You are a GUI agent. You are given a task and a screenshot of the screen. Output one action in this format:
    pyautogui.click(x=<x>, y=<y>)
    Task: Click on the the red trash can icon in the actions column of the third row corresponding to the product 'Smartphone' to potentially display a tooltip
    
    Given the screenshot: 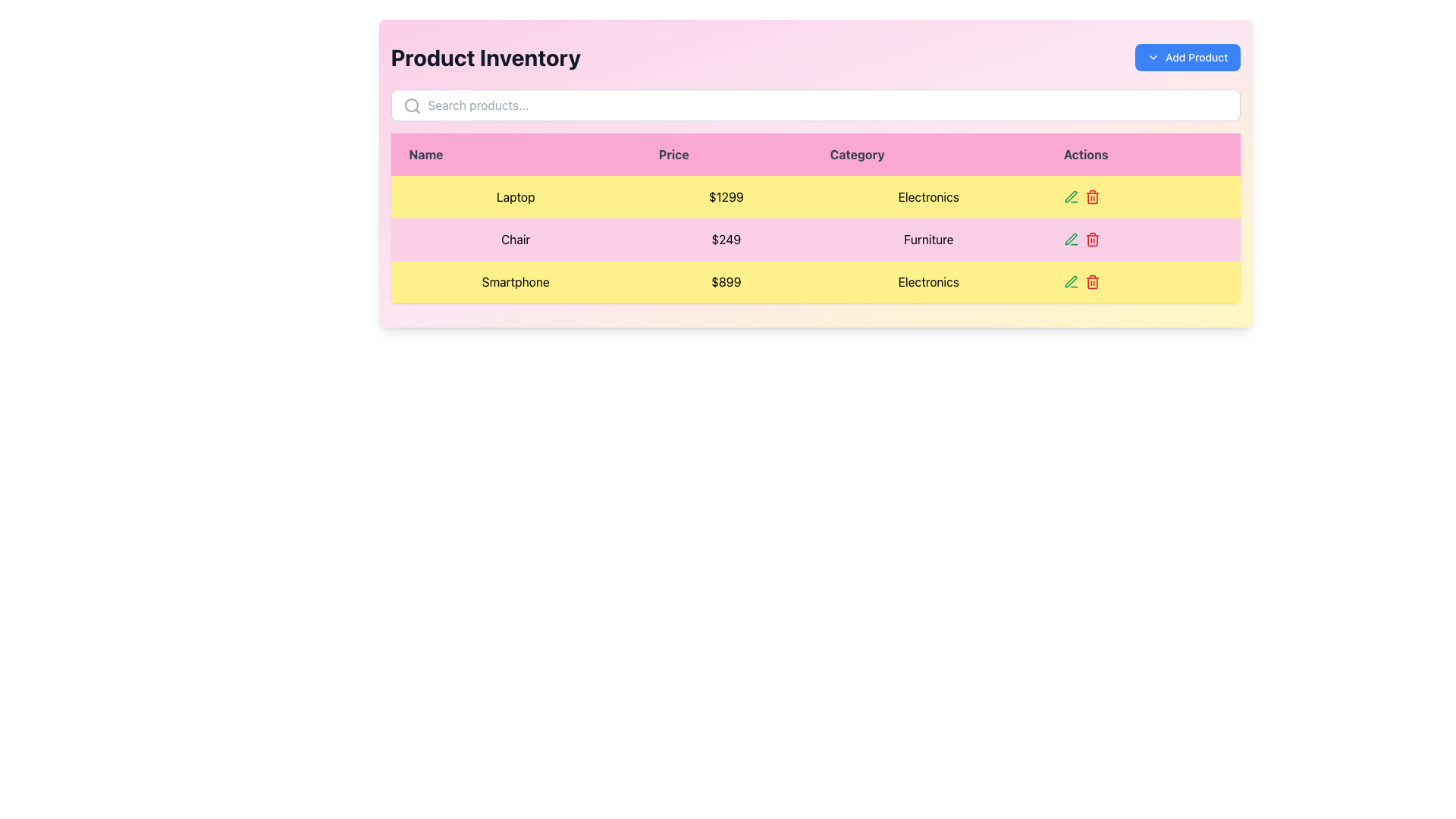 What is the action you would take?
    pyautogui.click(x=1092, y=281)
    